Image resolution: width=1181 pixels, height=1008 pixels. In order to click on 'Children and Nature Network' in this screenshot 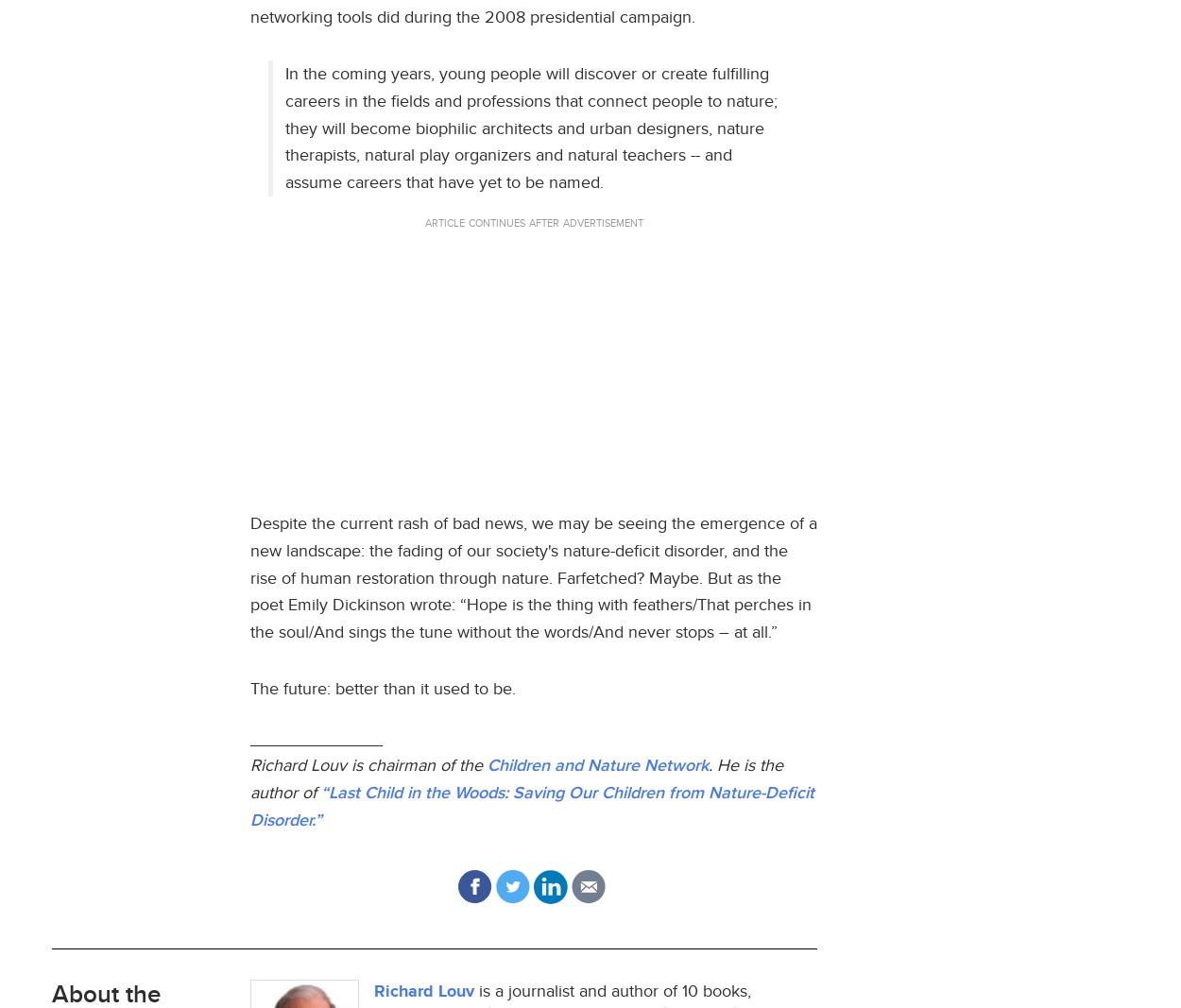, I will do `click(488, 763)`.